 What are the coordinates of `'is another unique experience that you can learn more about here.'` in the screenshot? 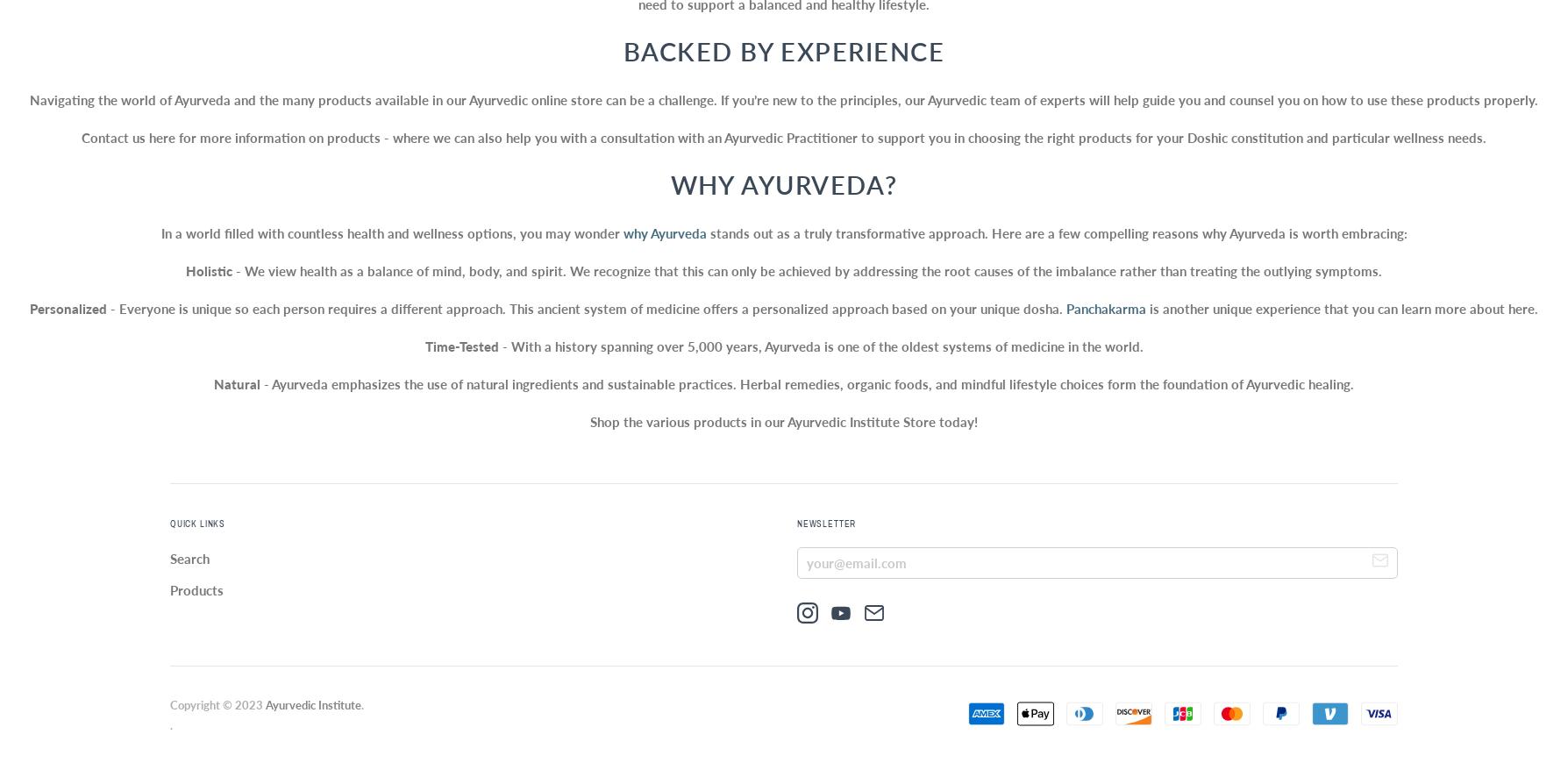 It's located at (1145, 308).